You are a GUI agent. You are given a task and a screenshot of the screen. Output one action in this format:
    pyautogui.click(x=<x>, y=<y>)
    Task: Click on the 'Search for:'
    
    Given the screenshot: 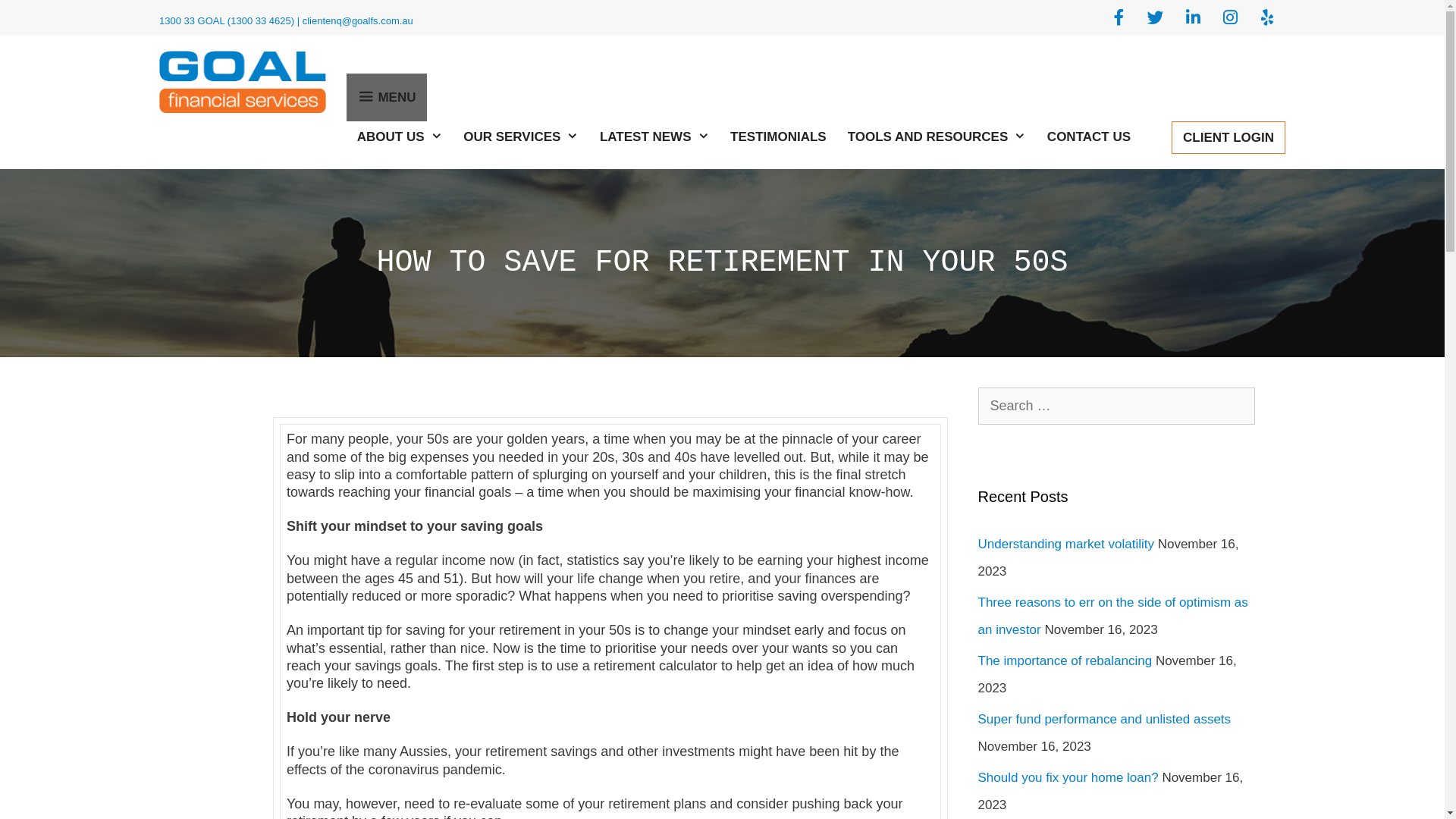 What is the action you would take?
    pyautogui.click(x=1117, y=405)
    